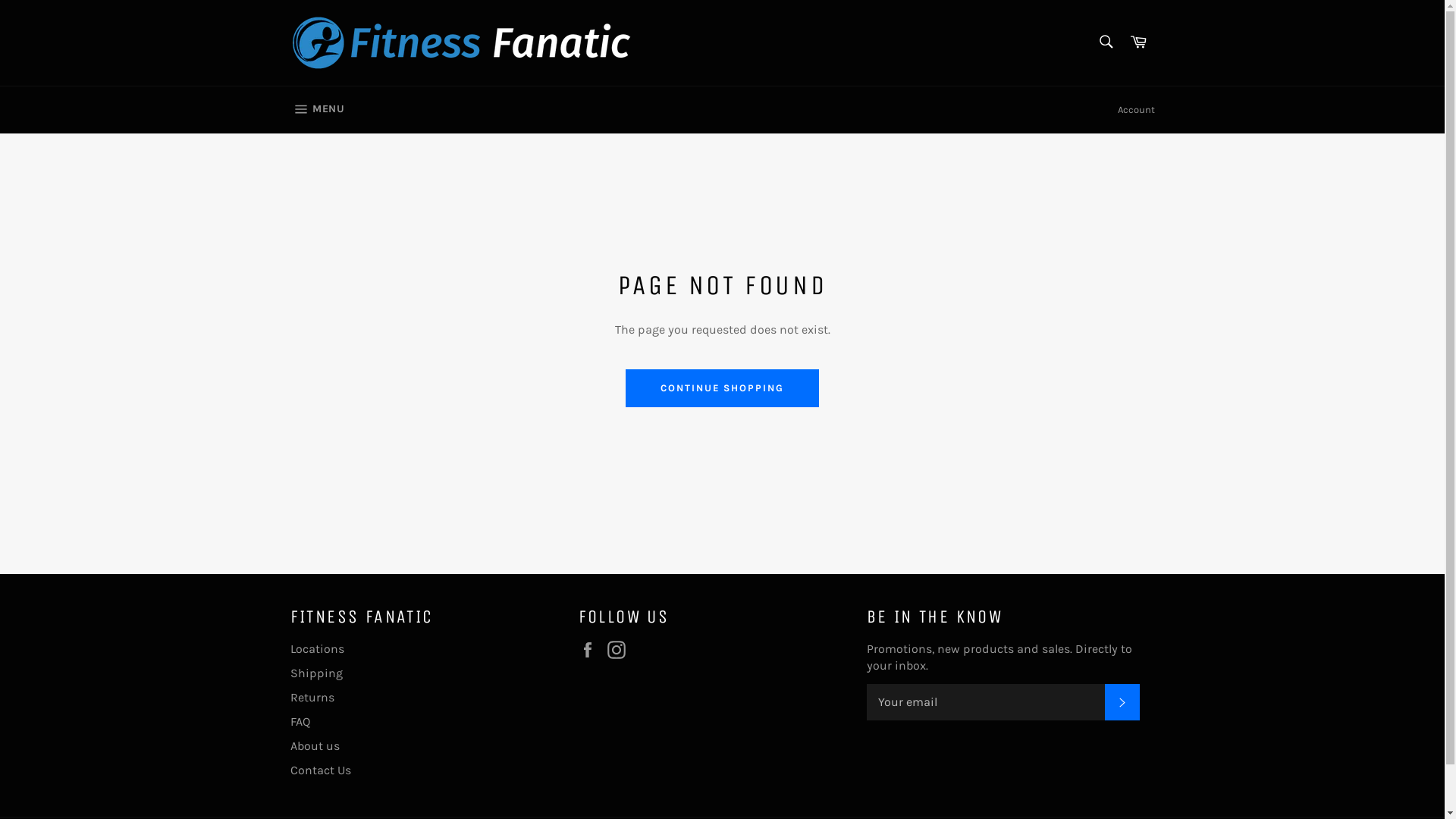 Image resolution: width=1456 pixels, height=819 pixels. What do you see at coordinates (1138, 42) in the screenshot?
I see `'Cart'` at bounding box center [1138, 42].